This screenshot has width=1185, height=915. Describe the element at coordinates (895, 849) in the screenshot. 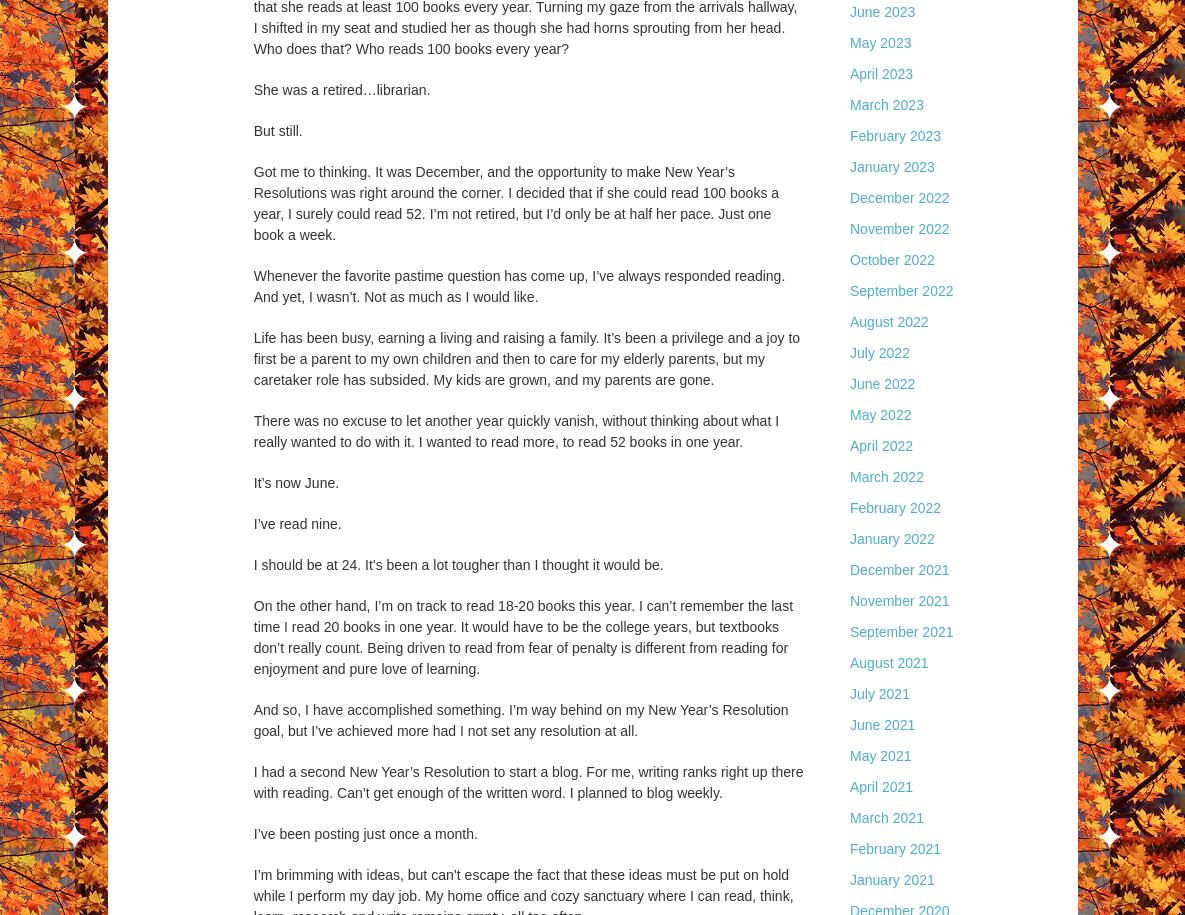

I see `'February 2021'` at that location.